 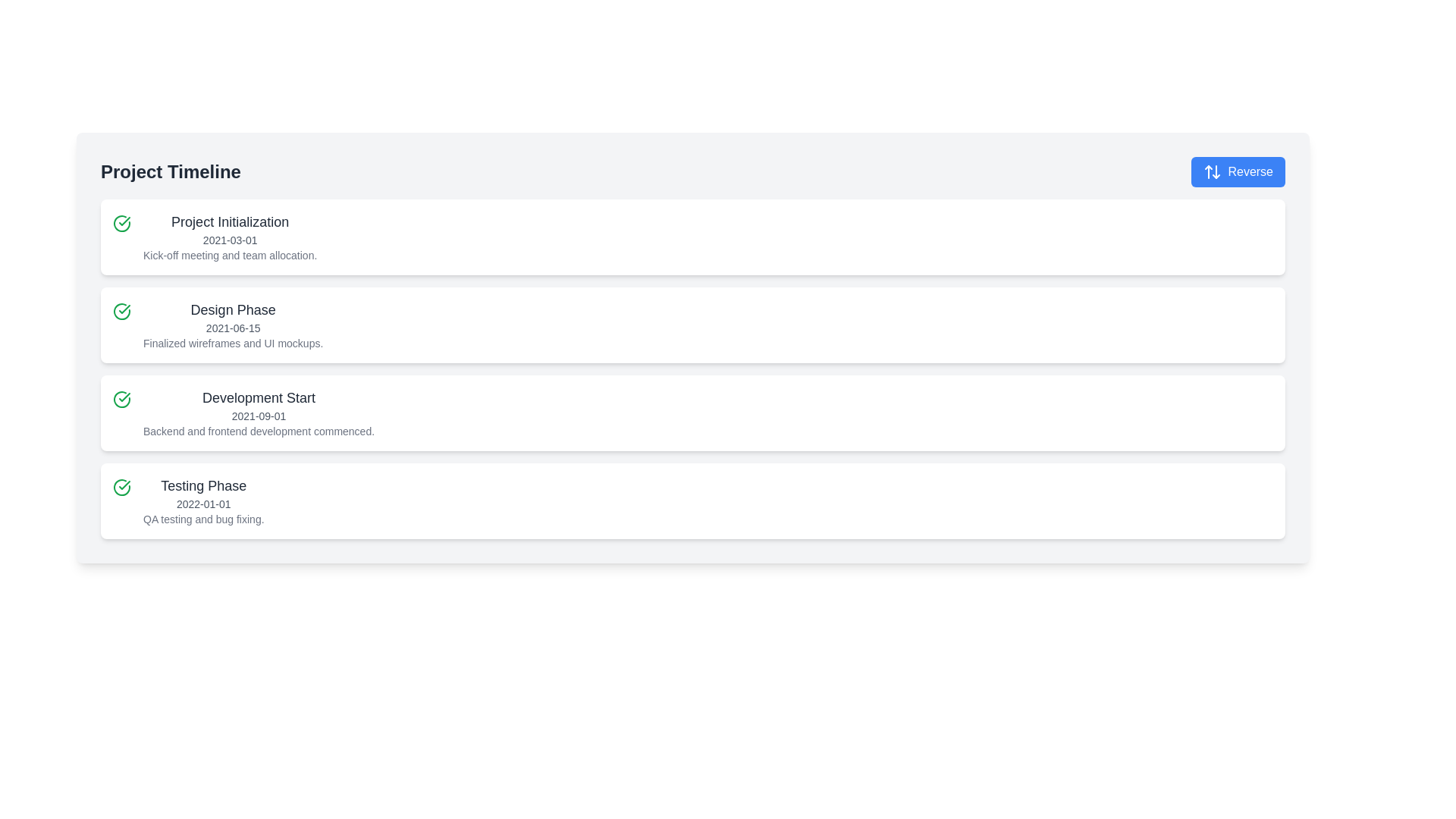 What do you see at coordinates (122, 488) in the screenshot?
I see `the green circular geometric shape with an open arc segment, located in the fourth row of the timeline, to the left of the 'Testing Phase' title` at bounding box center [122, 488].